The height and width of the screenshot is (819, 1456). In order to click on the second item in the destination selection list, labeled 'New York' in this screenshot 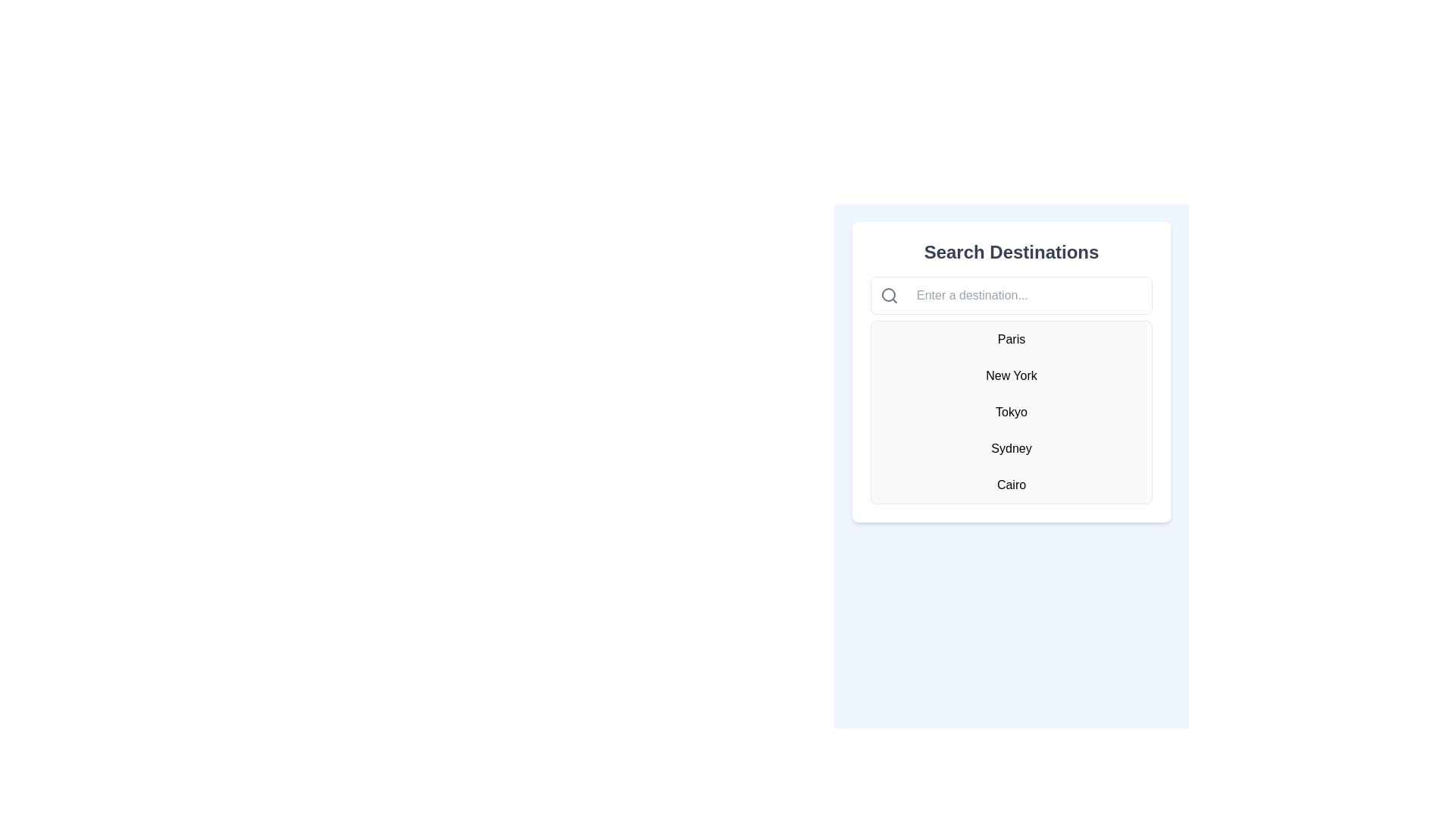, I will do `click(1012, 375)`.